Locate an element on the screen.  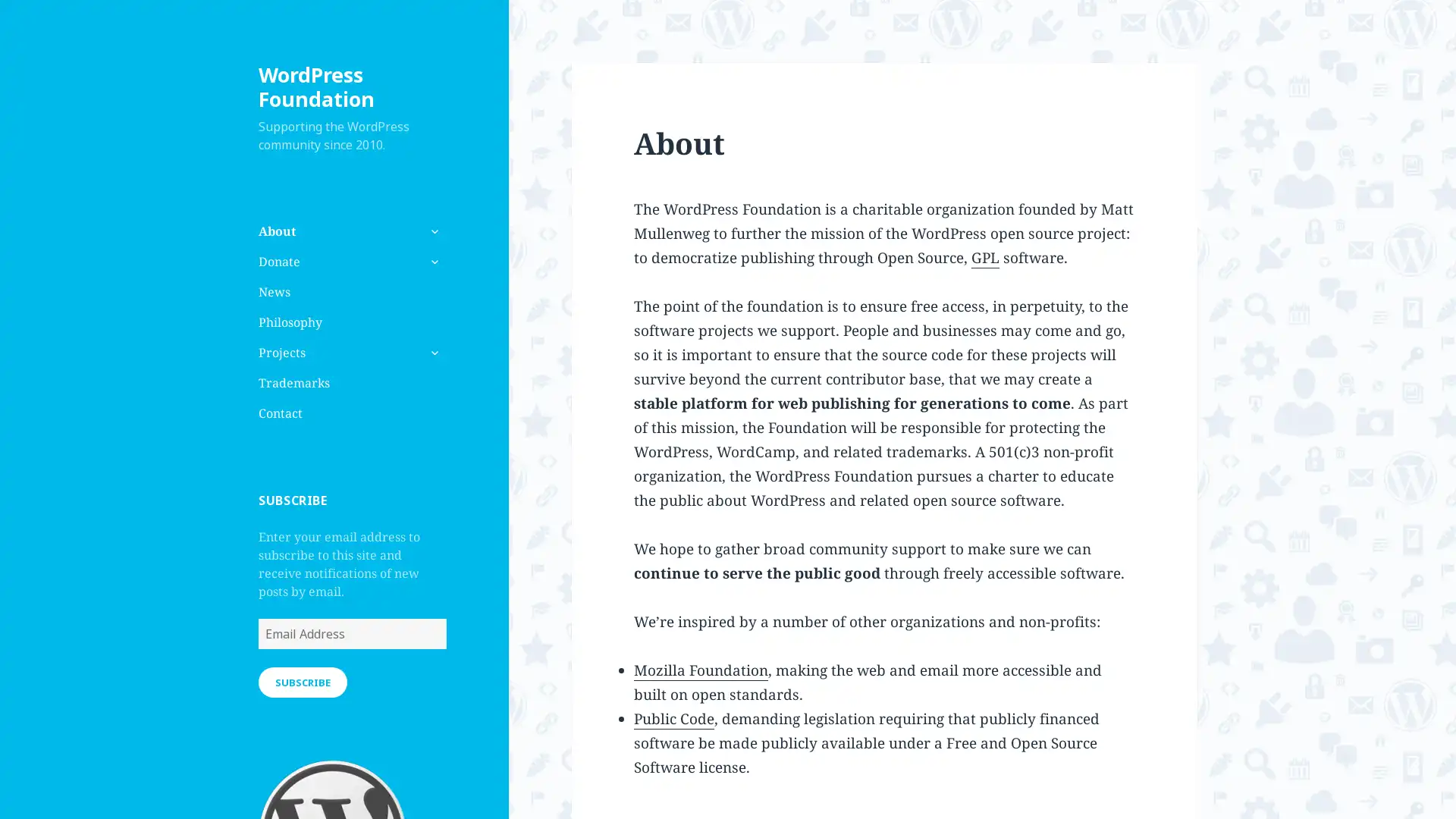
expand child menu is located at coordinates (432, 260).